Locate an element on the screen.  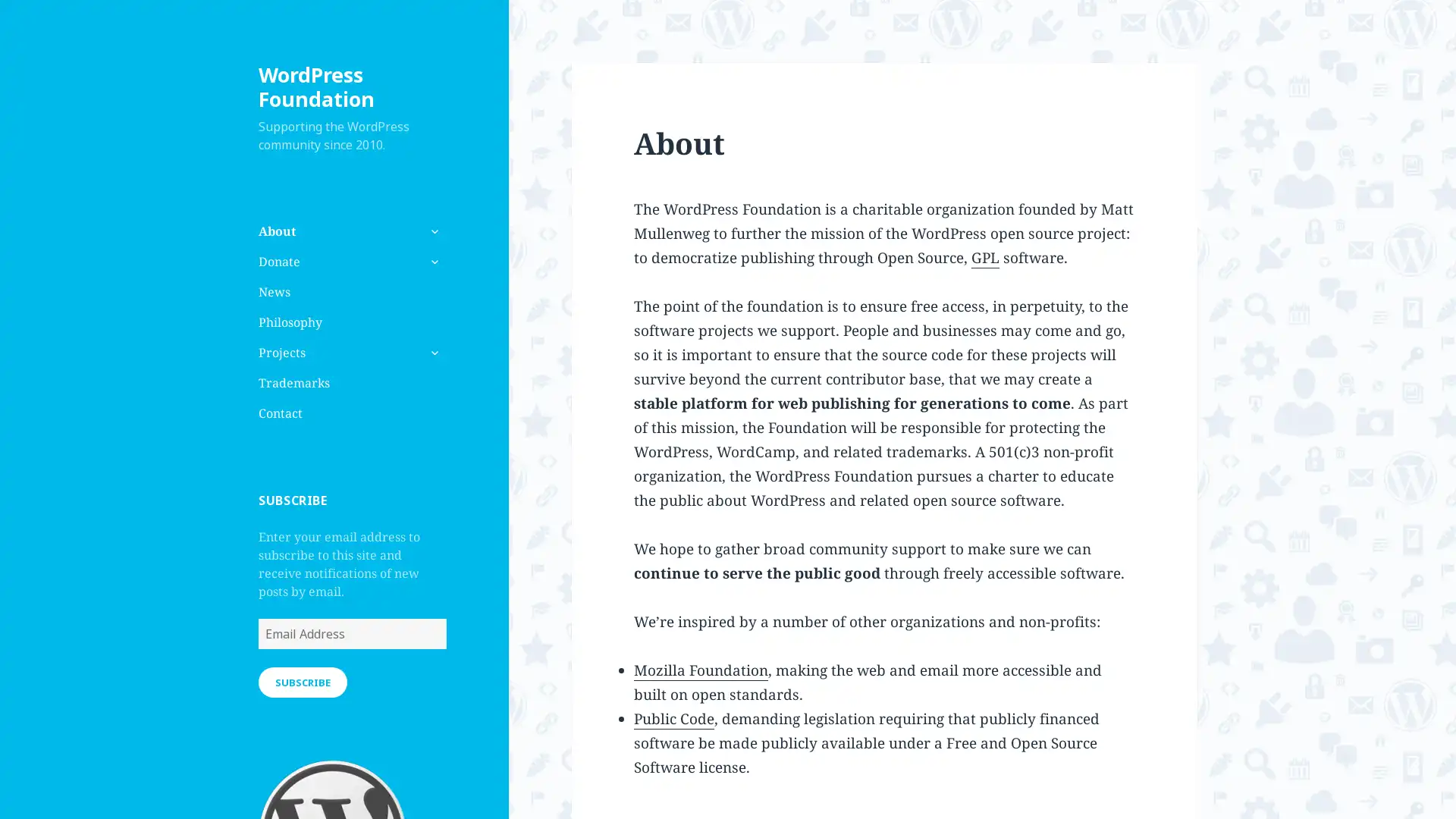
expand child menu is located at coordinates (432, 260).